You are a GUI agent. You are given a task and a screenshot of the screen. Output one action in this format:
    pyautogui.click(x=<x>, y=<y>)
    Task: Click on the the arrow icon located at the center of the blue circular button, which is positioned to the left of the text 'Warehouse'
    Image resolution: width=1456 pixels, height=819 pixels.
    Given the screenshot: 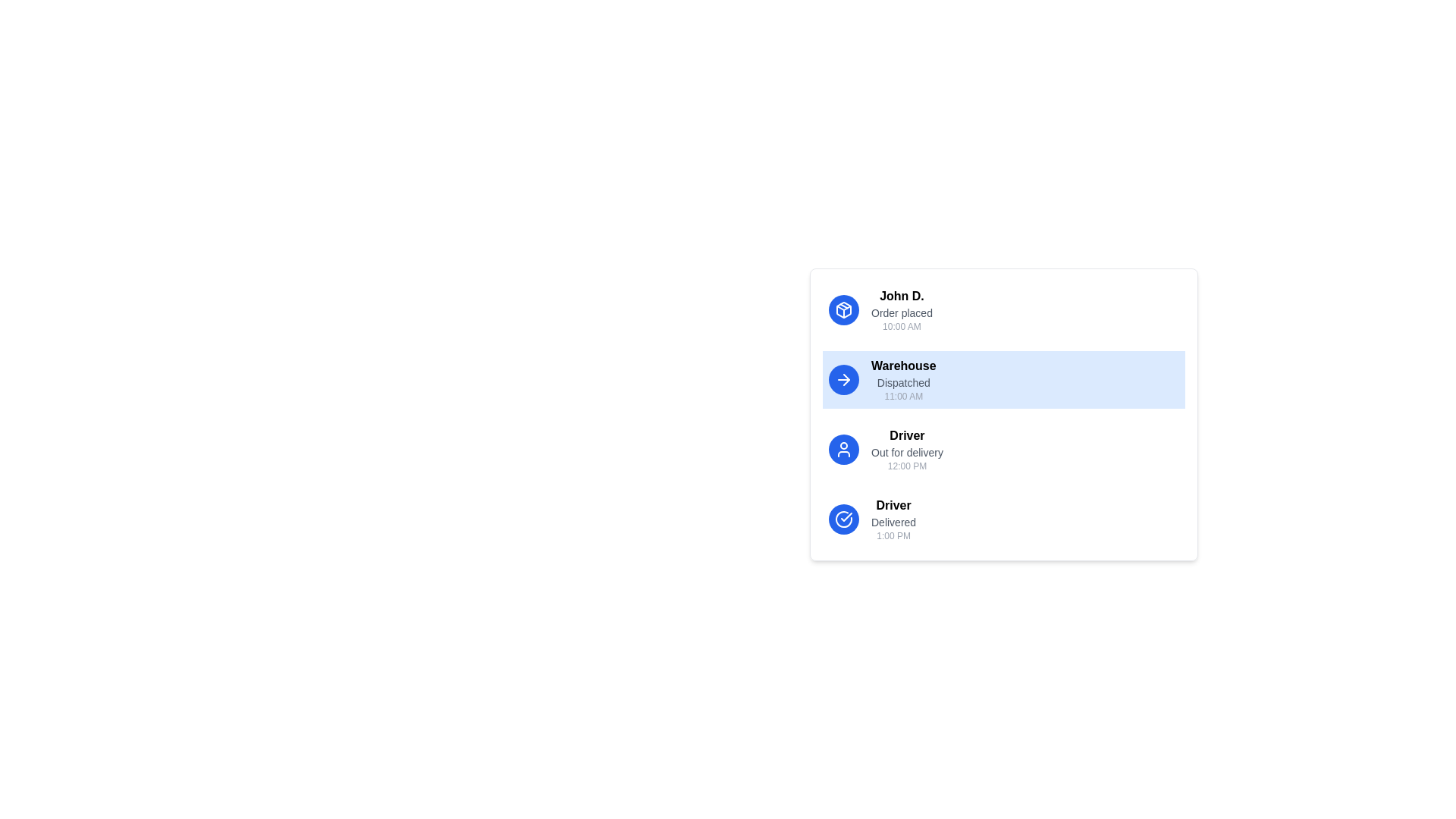 What is the action you would take?
    pyautogui.click(x=843, y=379)
    